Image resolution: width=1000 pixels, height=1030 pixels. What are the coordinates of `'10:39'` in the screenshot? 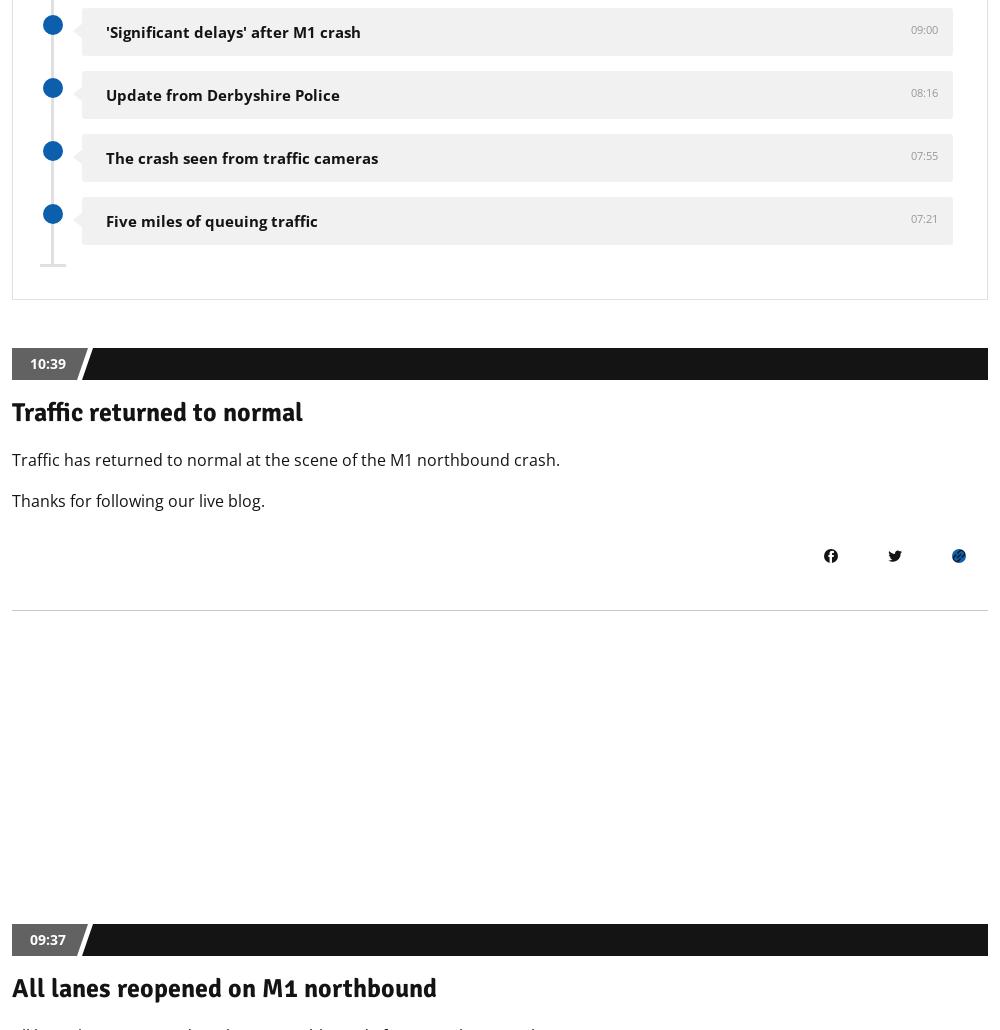 It's located at (48, 363).